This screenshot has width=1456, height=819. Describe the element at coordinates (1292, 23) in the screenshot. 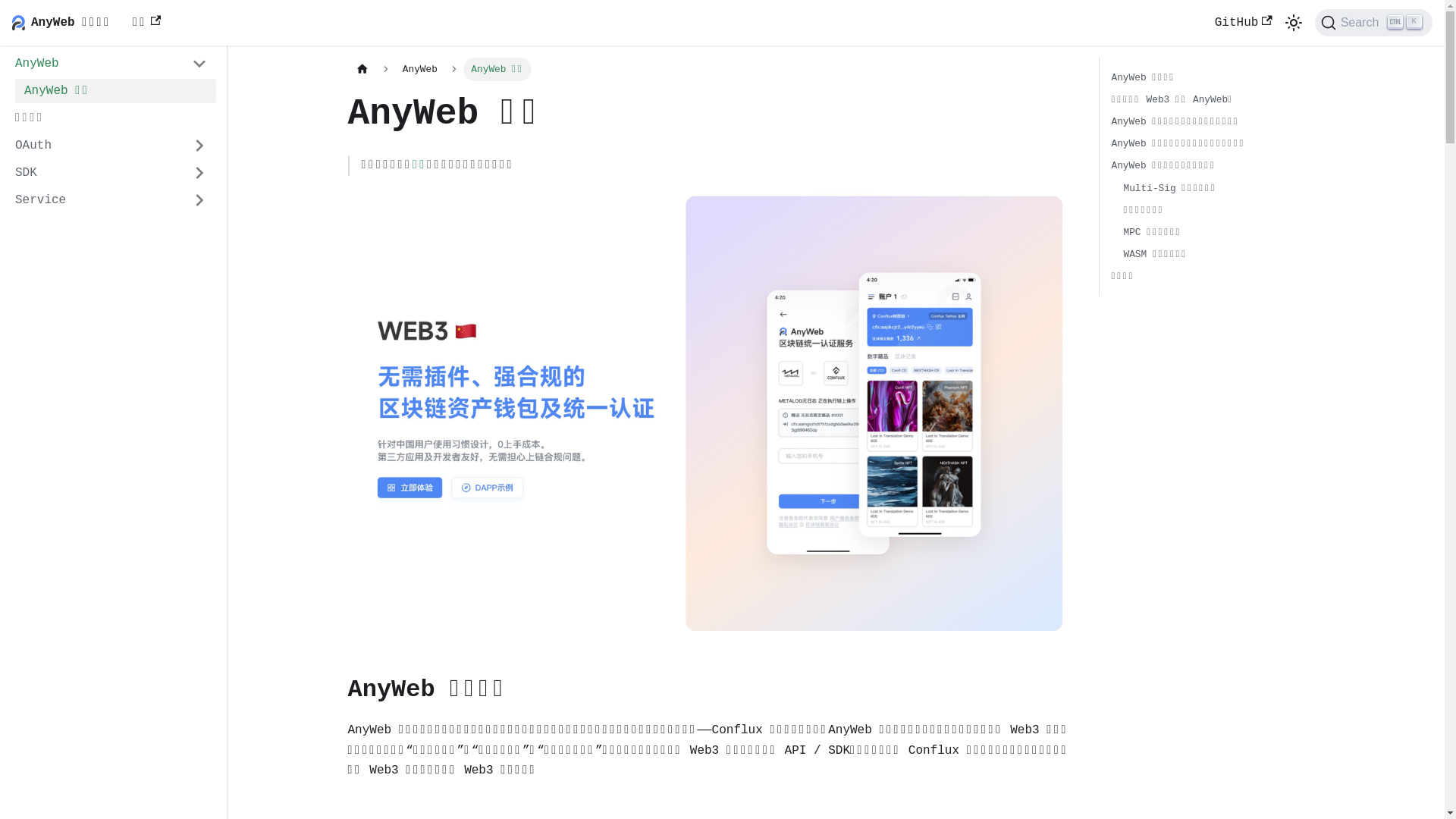

I see `'Switch between dark and light mode (currently light mode)'` at that location.